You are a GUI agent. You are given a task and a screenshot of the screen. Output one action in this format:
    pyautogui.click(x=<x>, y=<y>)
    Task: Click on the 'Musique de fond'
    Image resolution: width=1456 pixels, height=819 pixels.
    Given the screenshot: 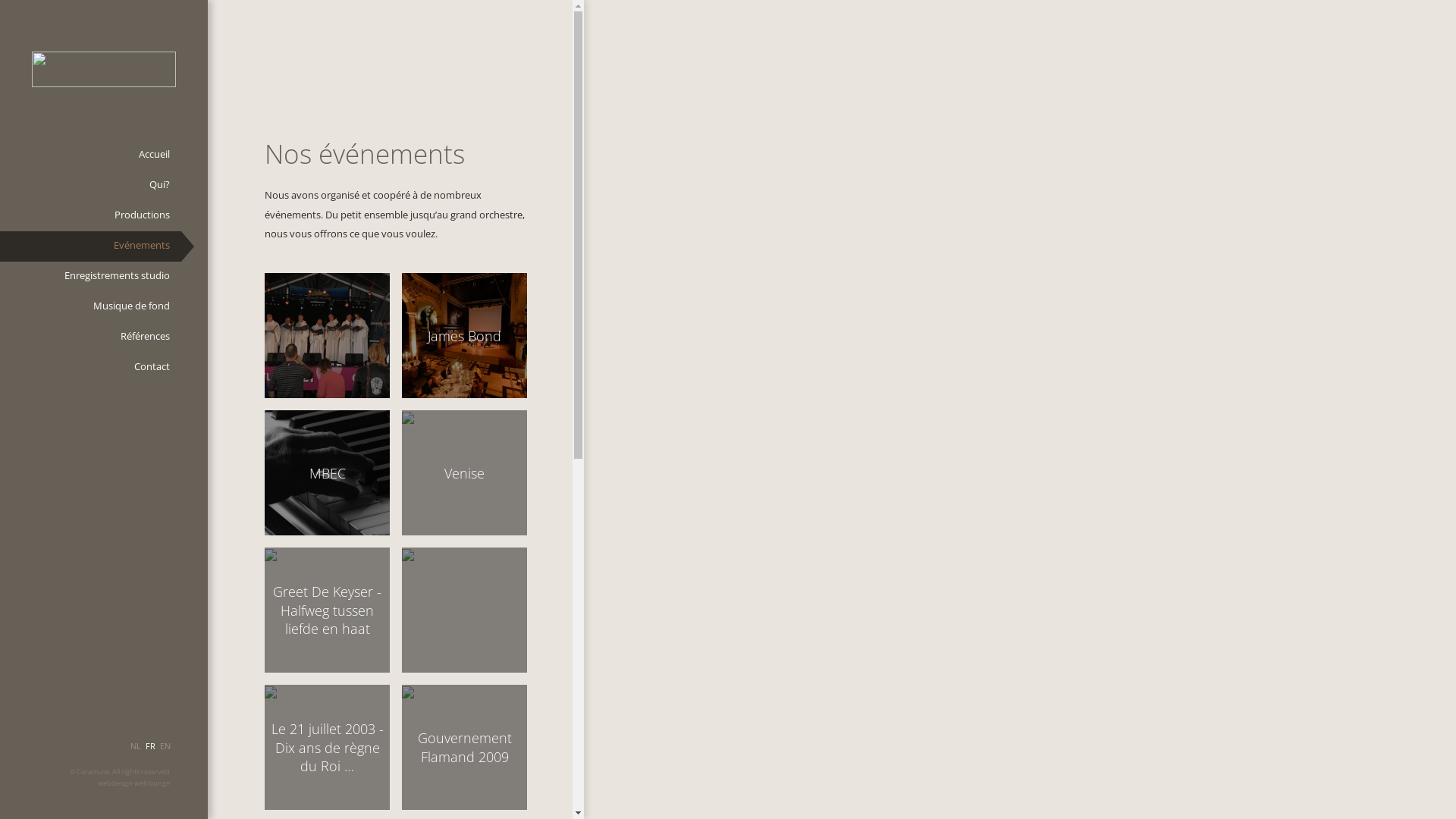 What is the action you would take?
    pyautogui.click(x=89, y=307)
    